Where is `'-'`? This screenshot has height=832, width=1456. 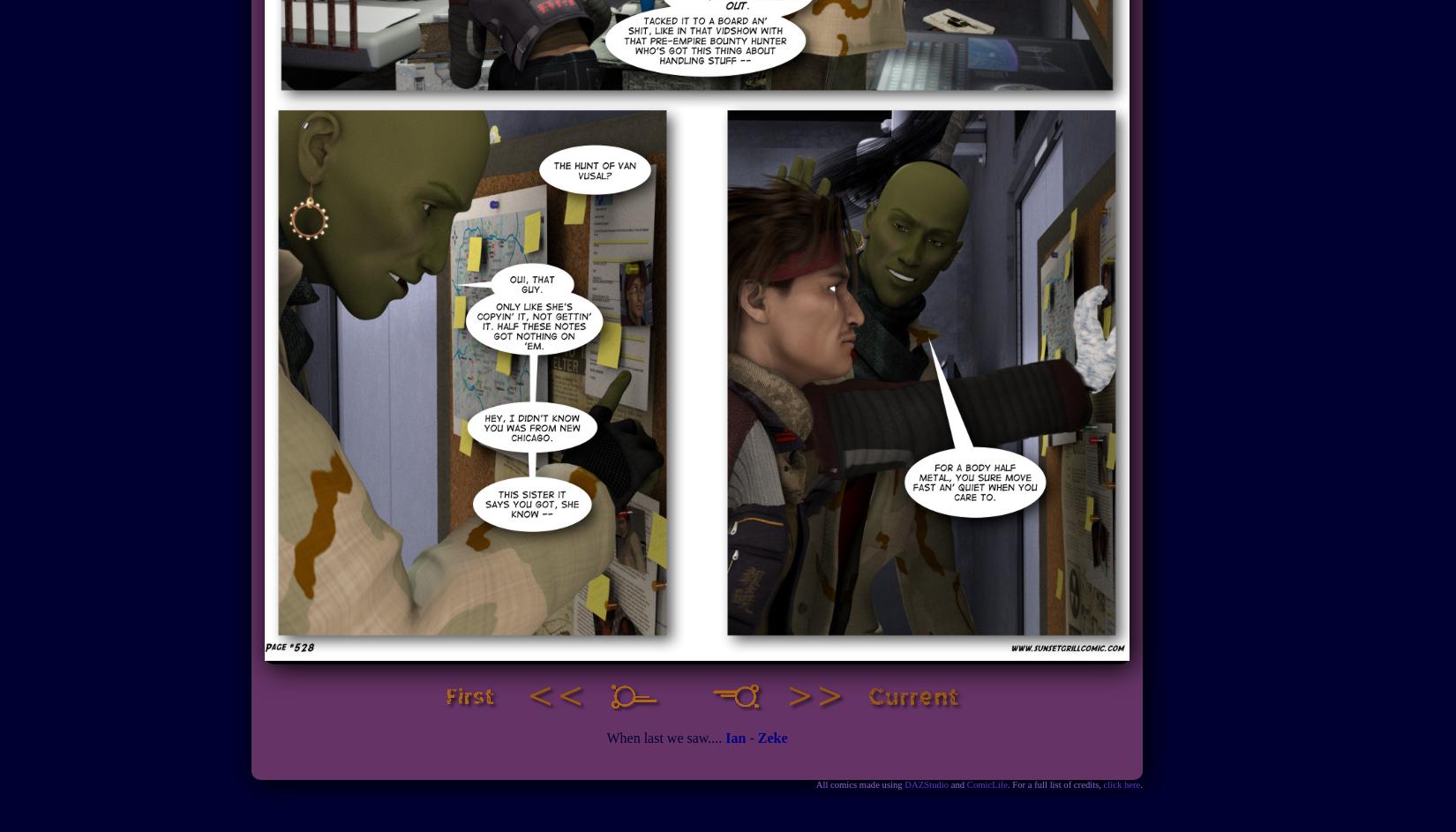 '-' is located at coordinates (751, 737).